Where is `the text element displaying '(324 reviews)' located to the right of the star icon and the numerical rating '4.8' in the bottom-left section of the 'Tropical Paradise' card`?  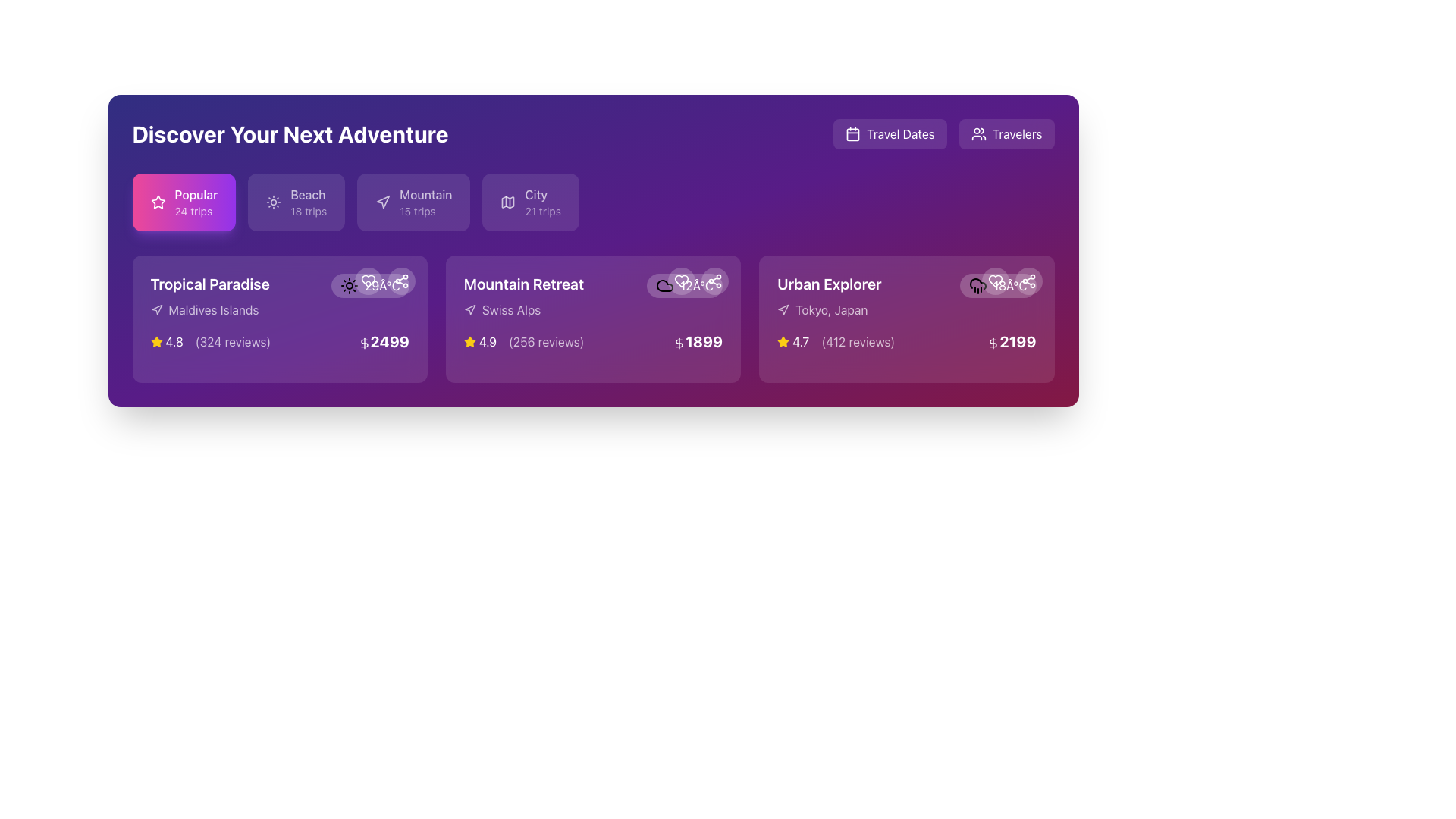 the text element displaying '(324 reviews)' located to the right of the star icon and the numerical rating '4.8' in the bottom-left section of the 'Tropical Paradise' card is located at coordinates (232, 342).